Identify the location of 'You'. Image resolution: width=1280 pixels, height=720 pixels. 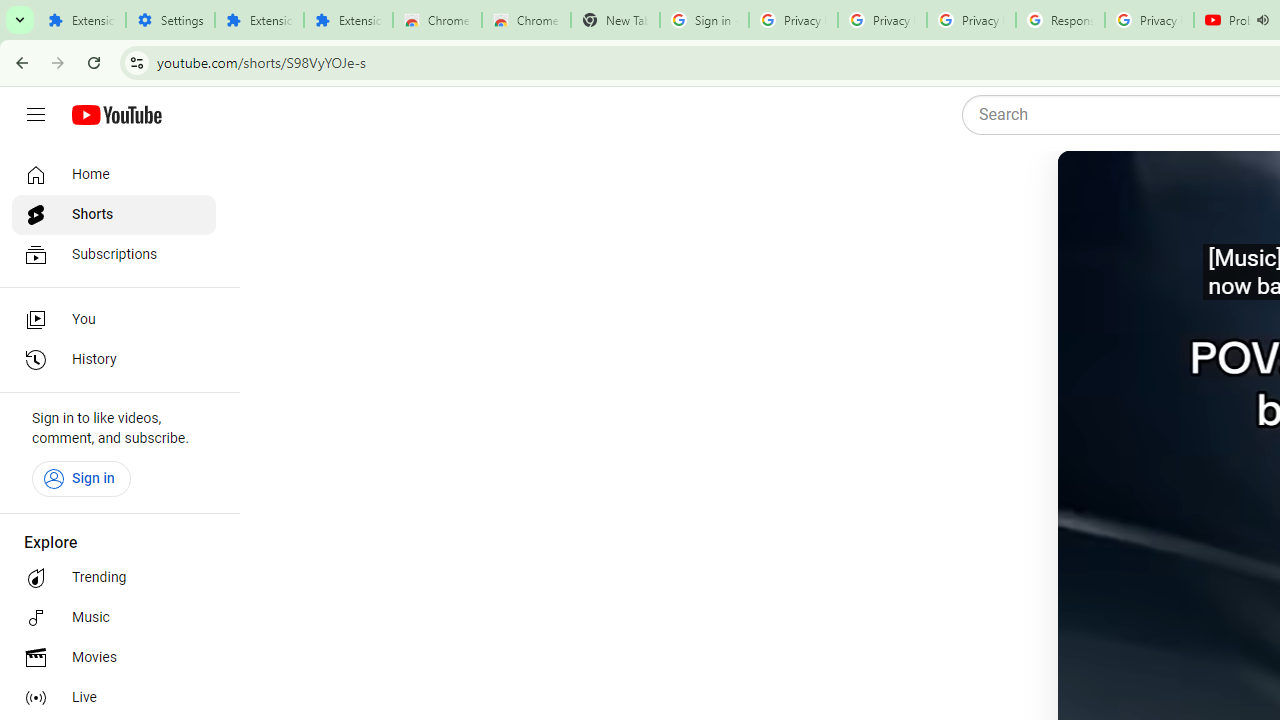
(112, 319).